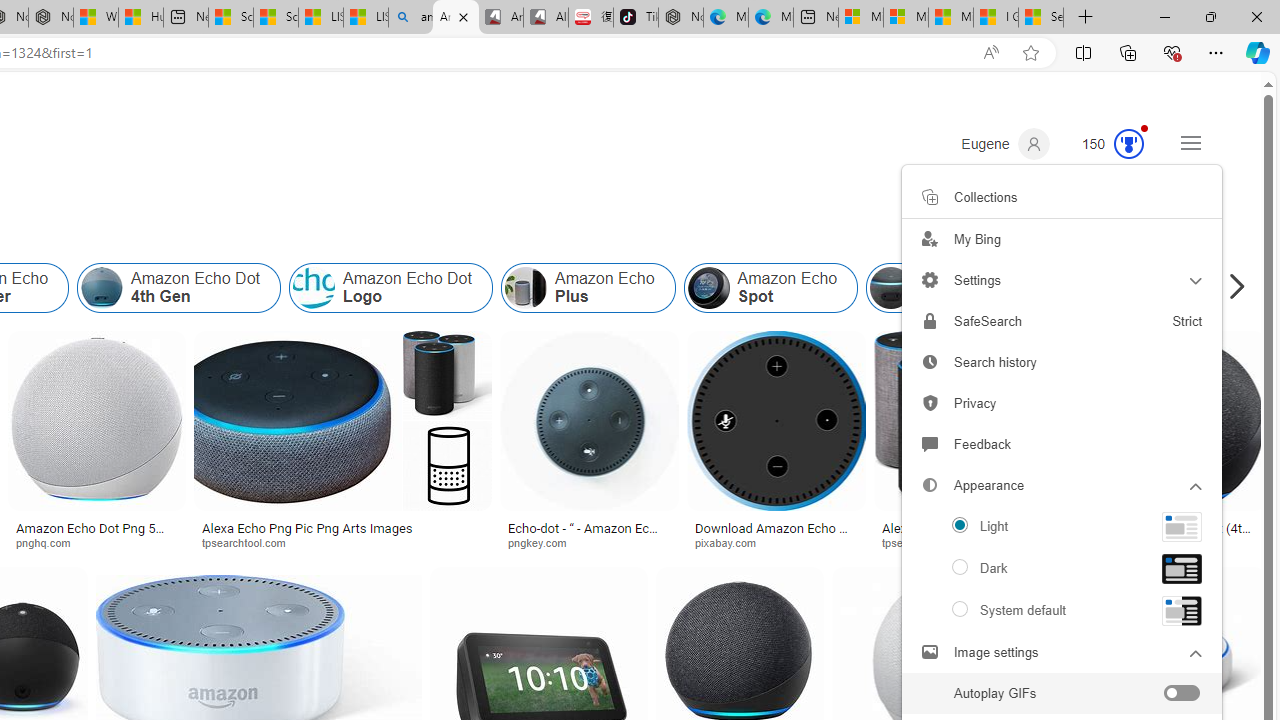  What do you see at coordinates (1191, 141) in the screenshot?
I see `'Settings and quick links'` at bounding box center [1191, 141].